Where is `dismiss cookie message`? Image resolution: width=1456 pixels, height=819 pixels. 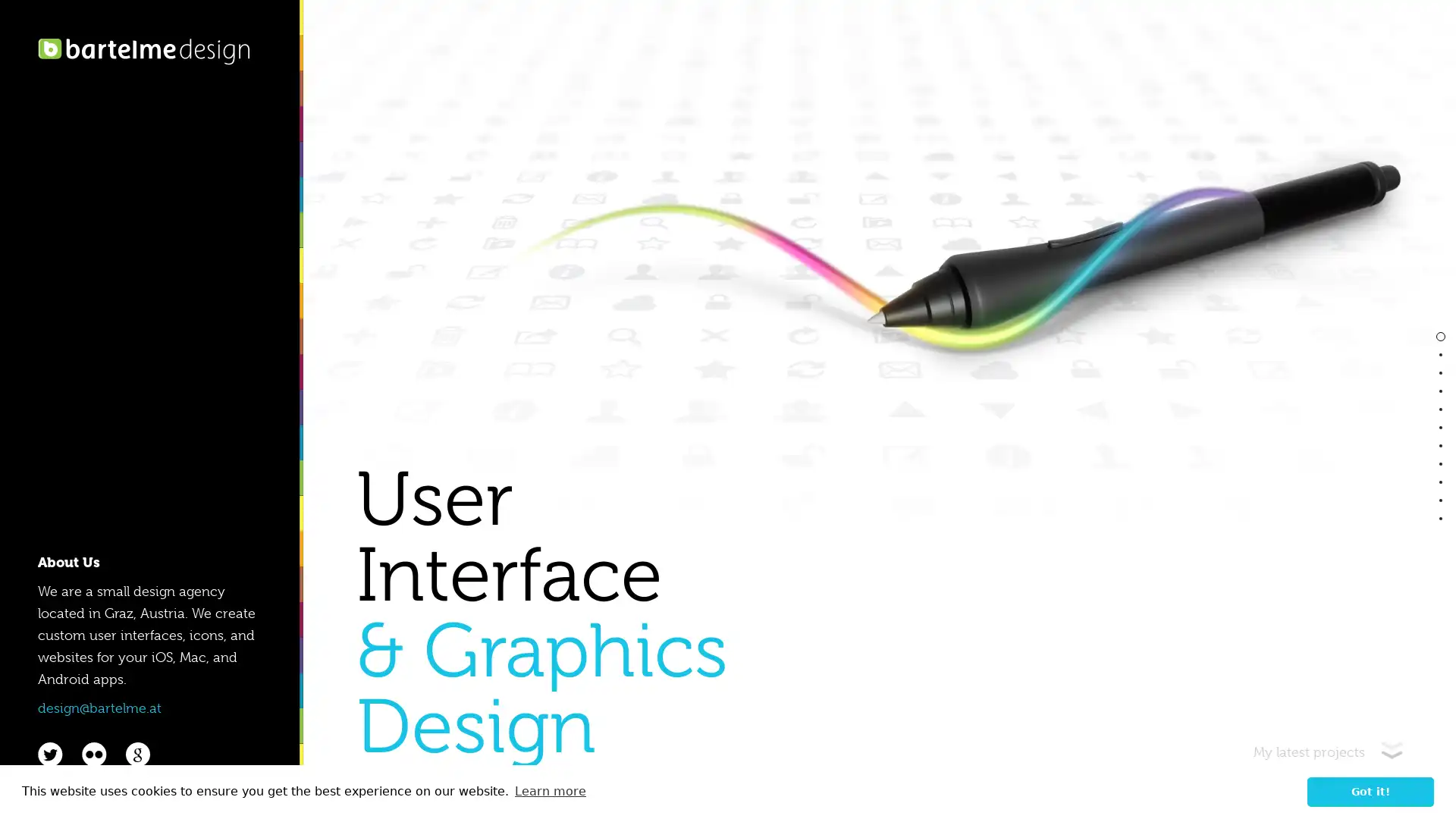
dismiss cookie message is located at coordinates (1370, 791).